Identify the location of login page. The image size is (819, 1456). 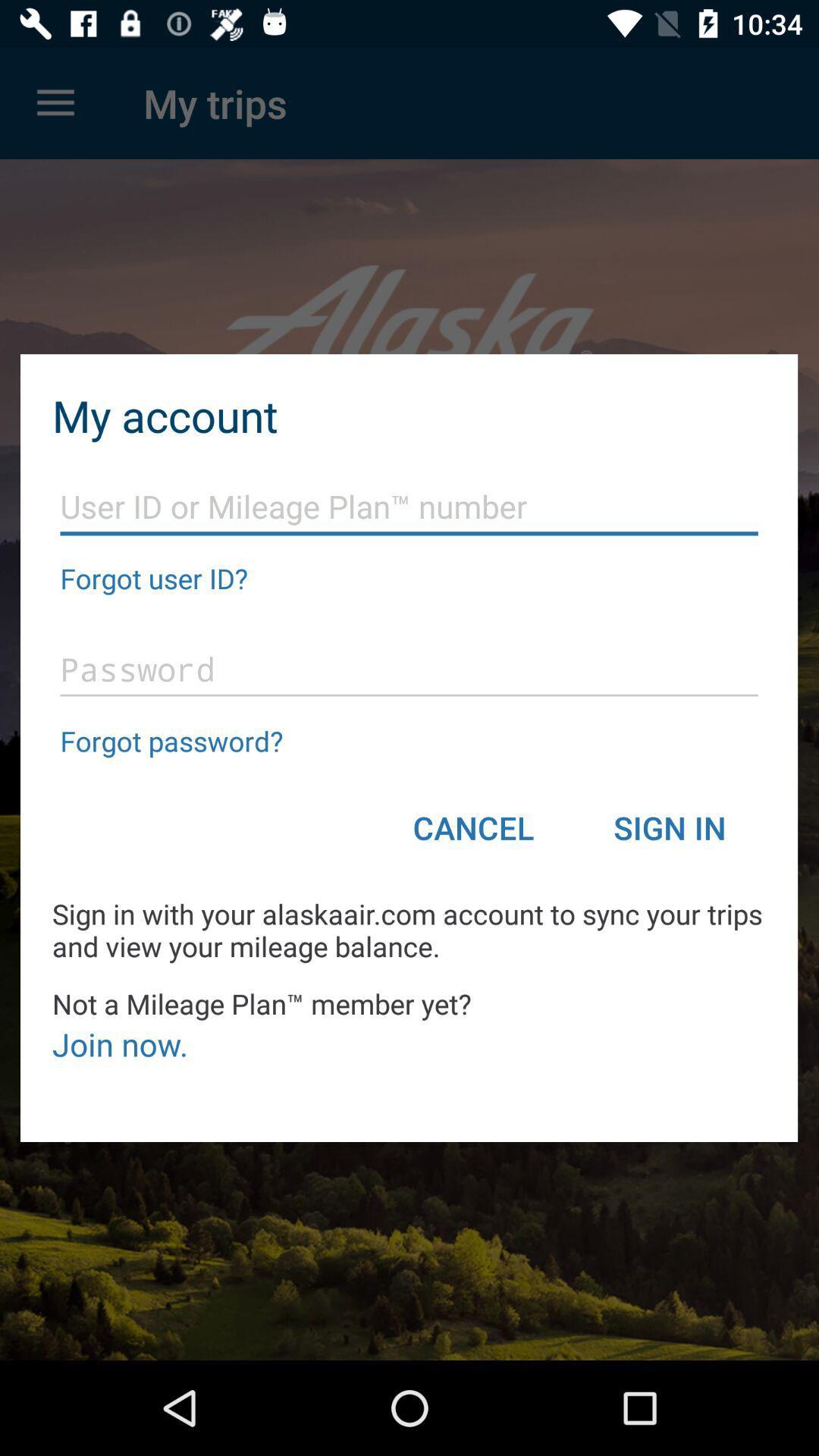
(408, 669).